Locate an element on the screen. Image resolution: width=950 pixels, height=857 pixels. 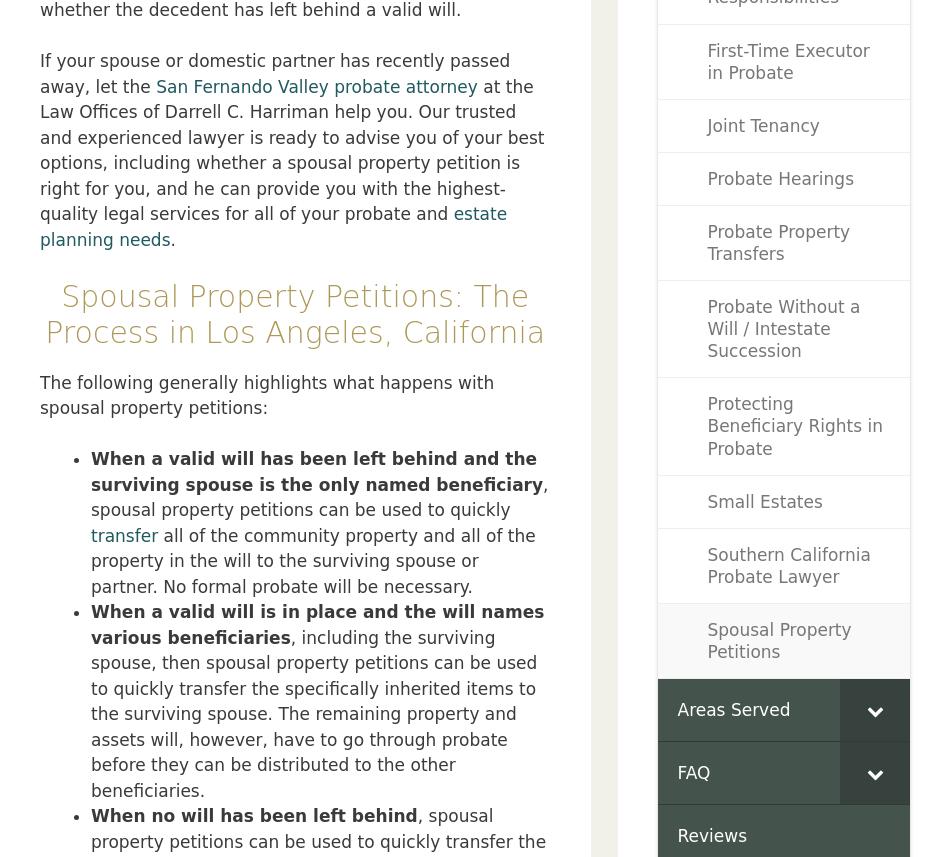
'The following generally highlights what happens with spousal property petitions:' is located at coordinates (266, 394).